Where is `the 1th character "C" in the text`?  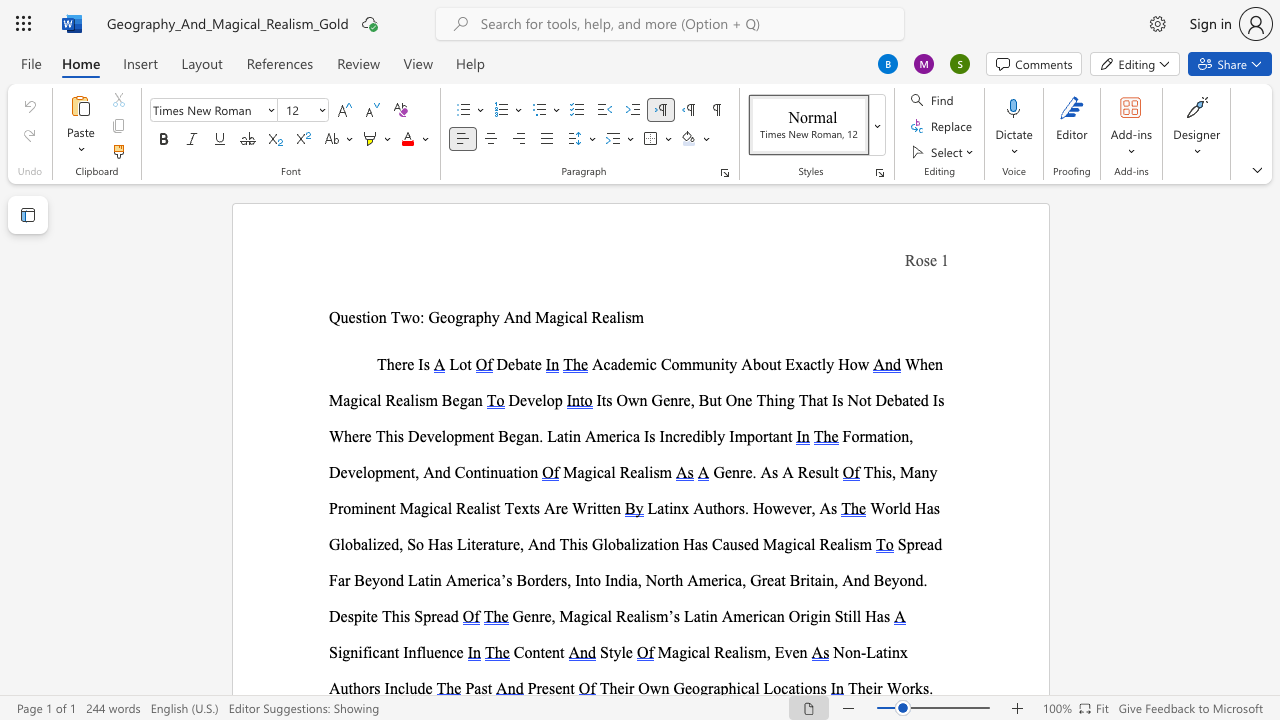 the 1th character "C" in the text is located at coordinates (666, 364).